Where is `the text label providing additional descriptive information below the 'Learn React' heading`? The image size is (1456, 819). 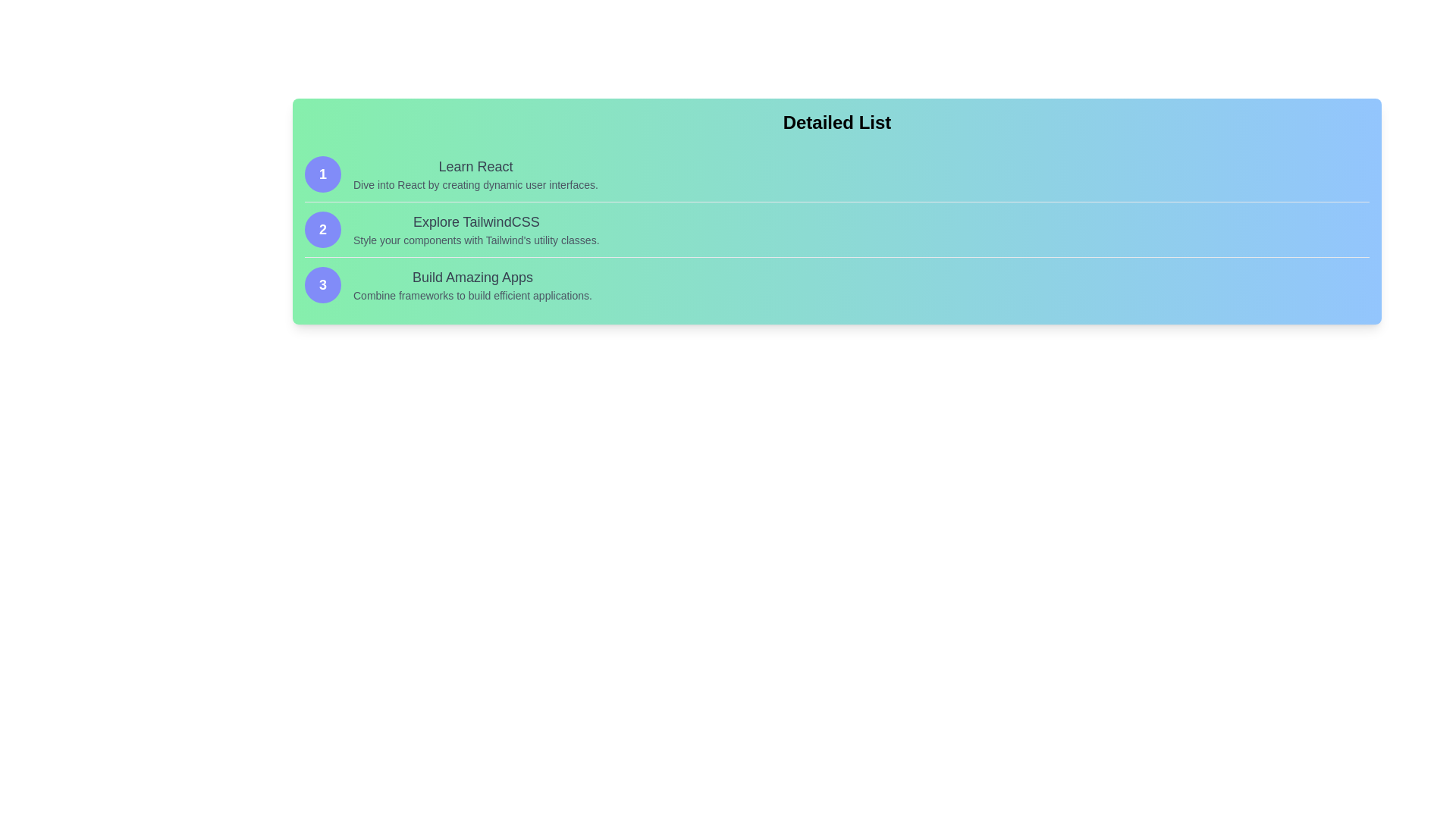
the text label providing additional descriptive information below the 'Learn React' heading is located at coordinates (475, 184).